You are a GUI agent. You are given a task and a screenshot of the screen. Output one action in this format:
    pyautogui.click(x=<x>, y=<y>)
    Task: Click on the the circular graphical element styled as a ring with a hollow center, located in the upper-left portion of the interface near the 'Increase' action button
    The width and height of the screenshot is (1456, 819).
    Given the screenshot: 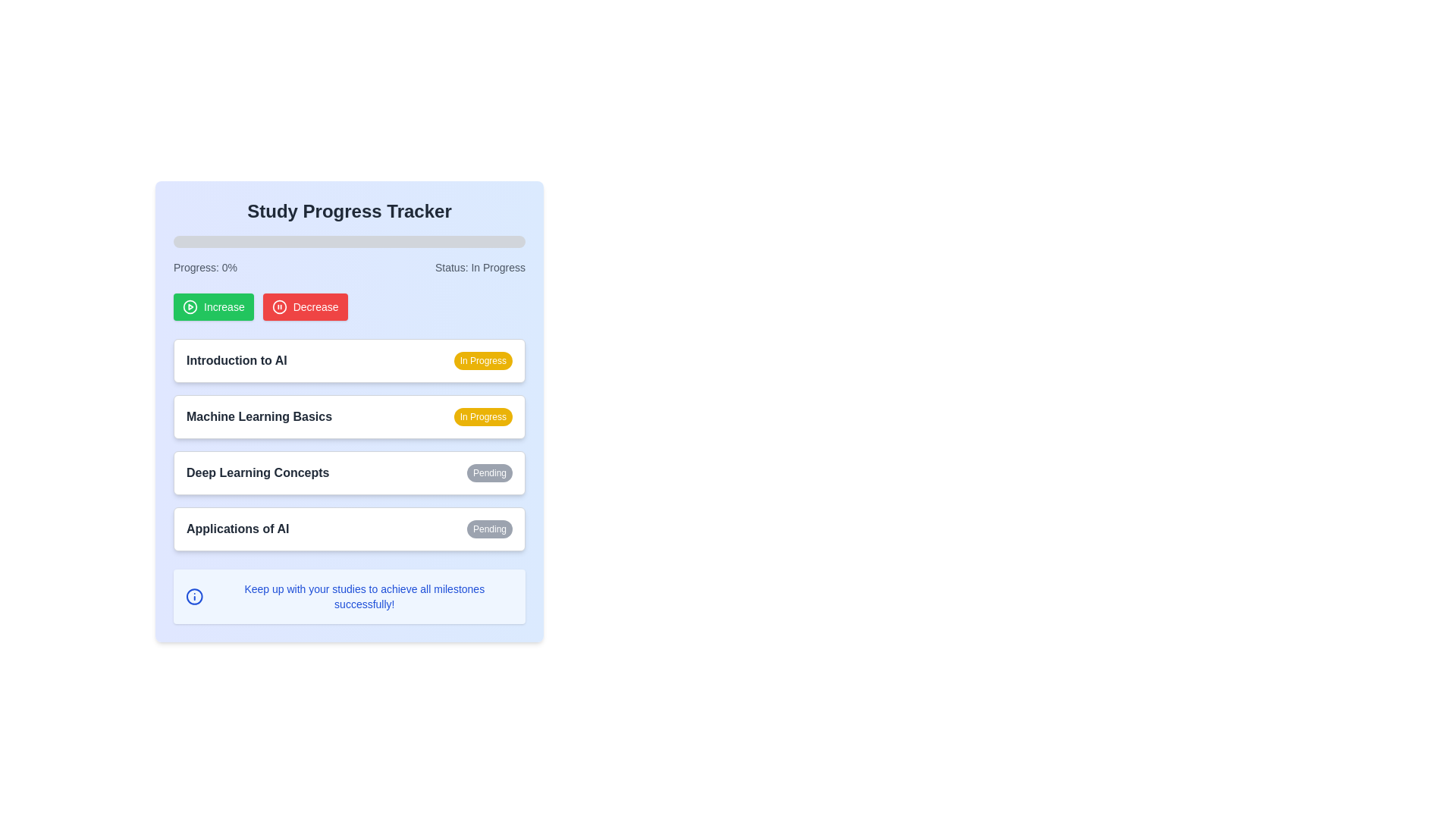 What is the action you would take?
    pyautogui.click(x=189, y=307)
    